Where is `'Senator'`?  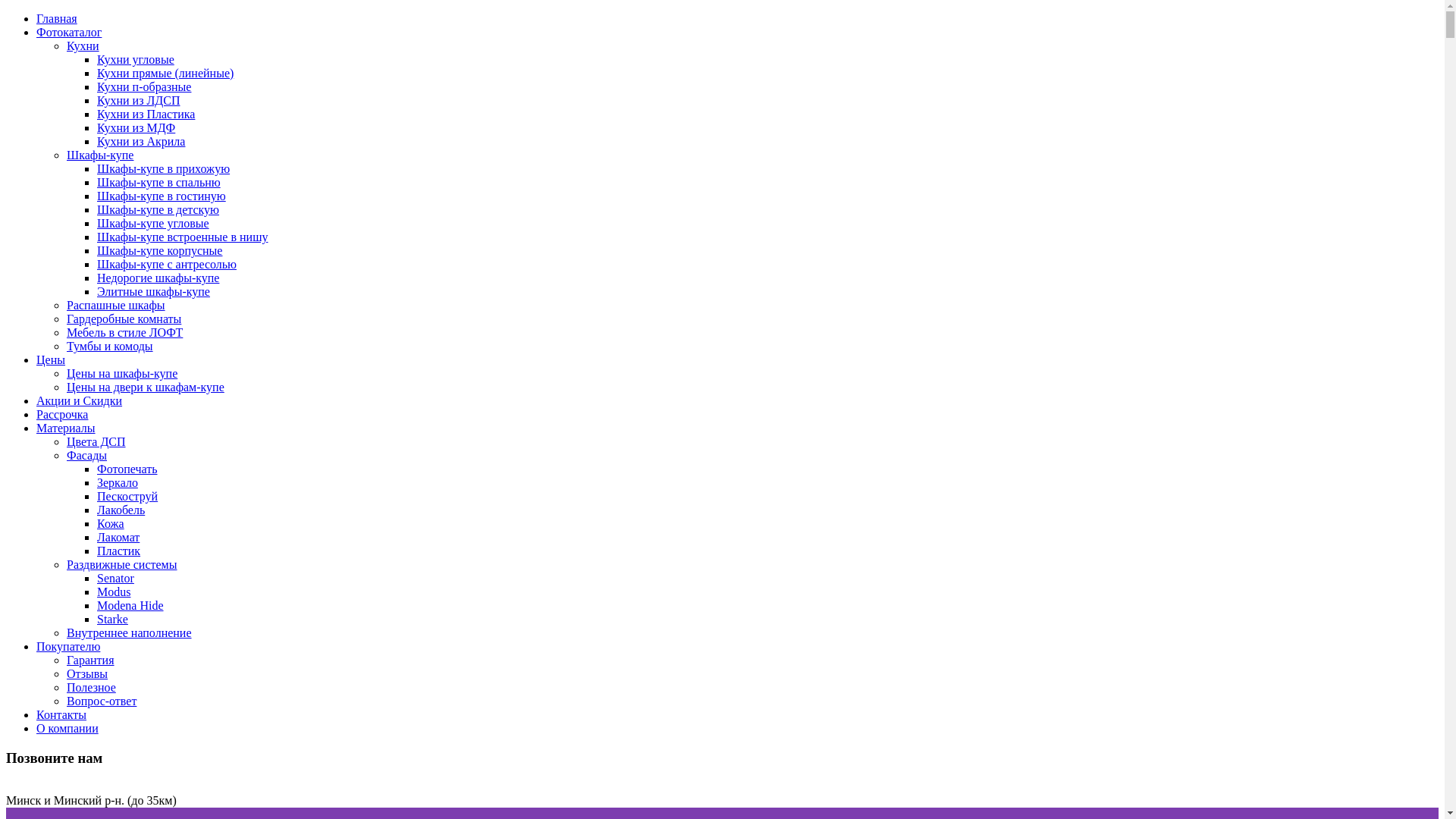
'Senator' is located at coordinates (115, 578).